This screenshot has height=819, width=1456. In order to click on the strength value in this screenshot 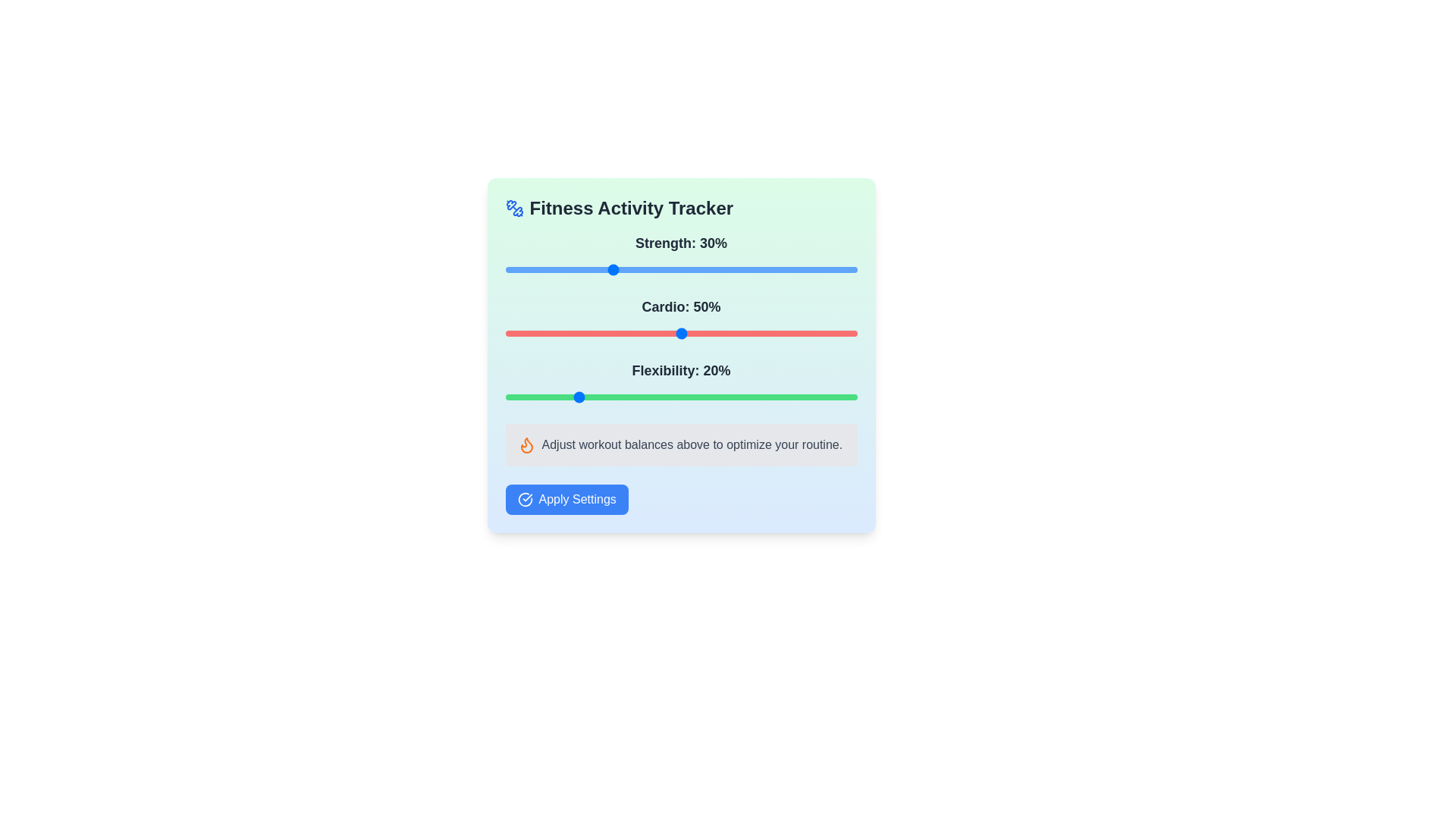, I will do `click(667, 268)`.